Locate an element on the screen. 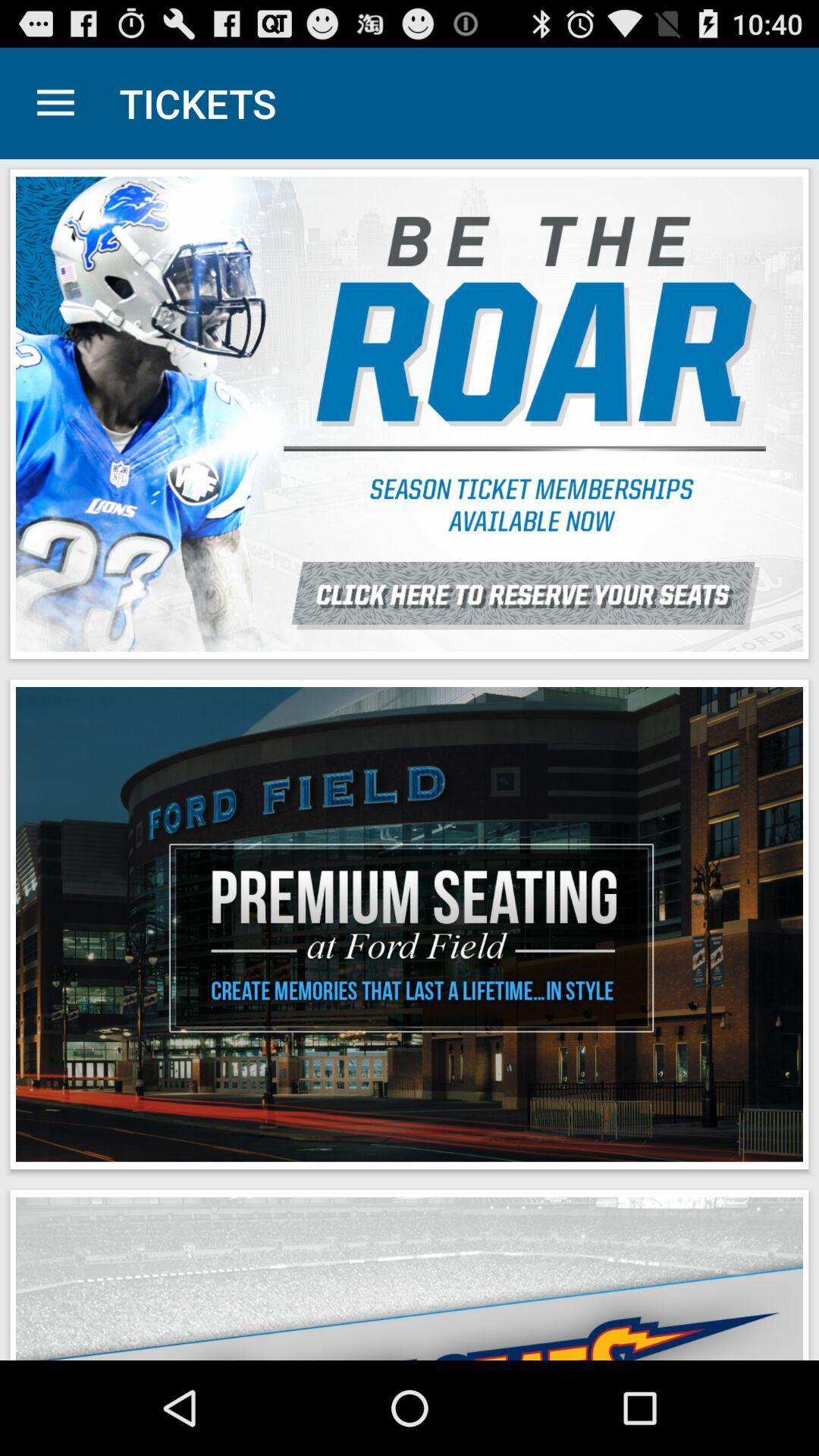 This screenshot has height=1456, width=819. app next to tickets icon is located at coordinates (55, 102).